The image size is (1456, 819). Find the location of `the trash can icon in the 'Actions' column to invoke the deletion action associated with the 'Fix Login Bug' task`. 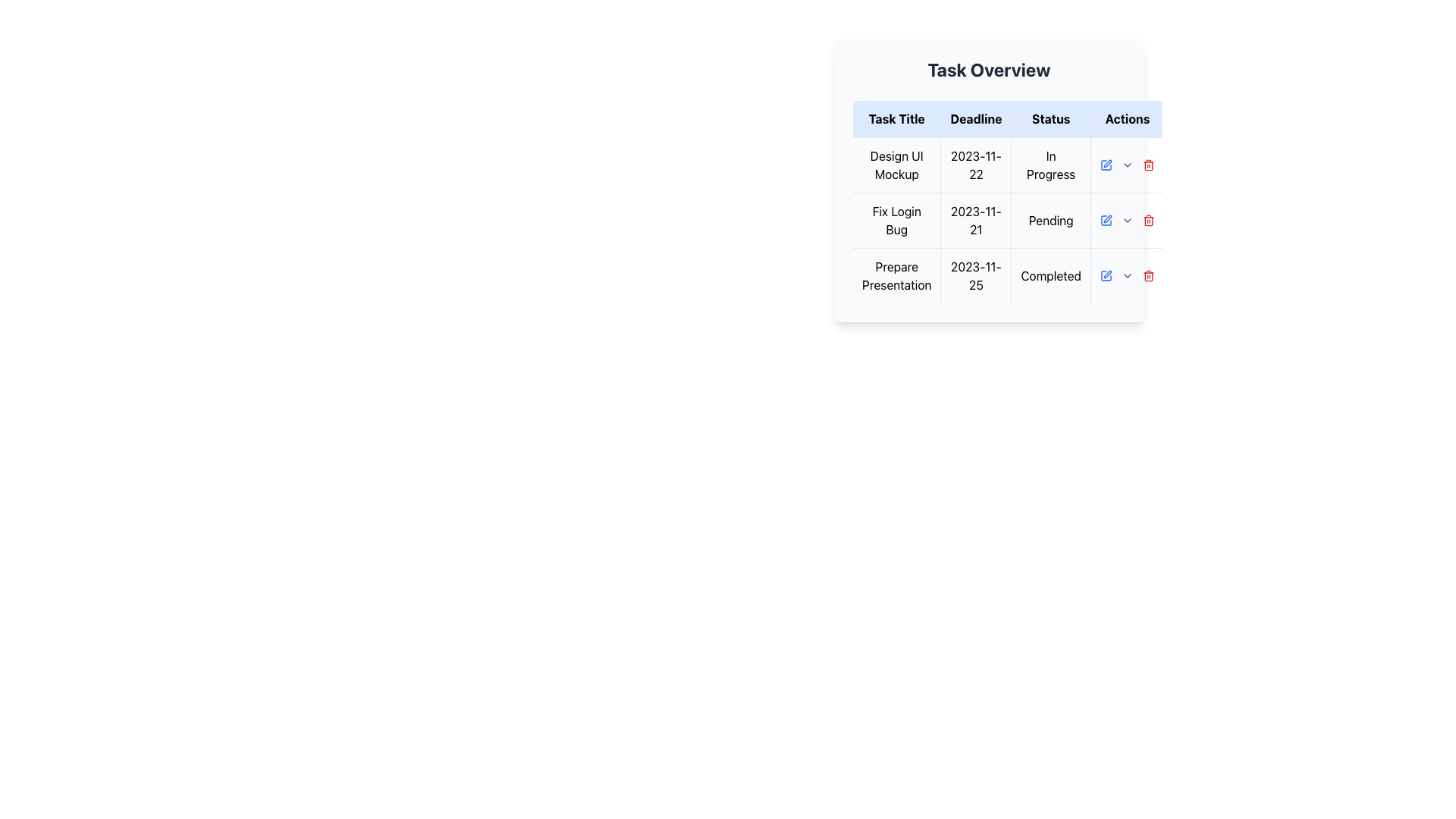

the trash can icon in the 'Actions' column to invoke the deletion action associated with the 'Fix Login Bug' task is located at coordinates (1149, 221).